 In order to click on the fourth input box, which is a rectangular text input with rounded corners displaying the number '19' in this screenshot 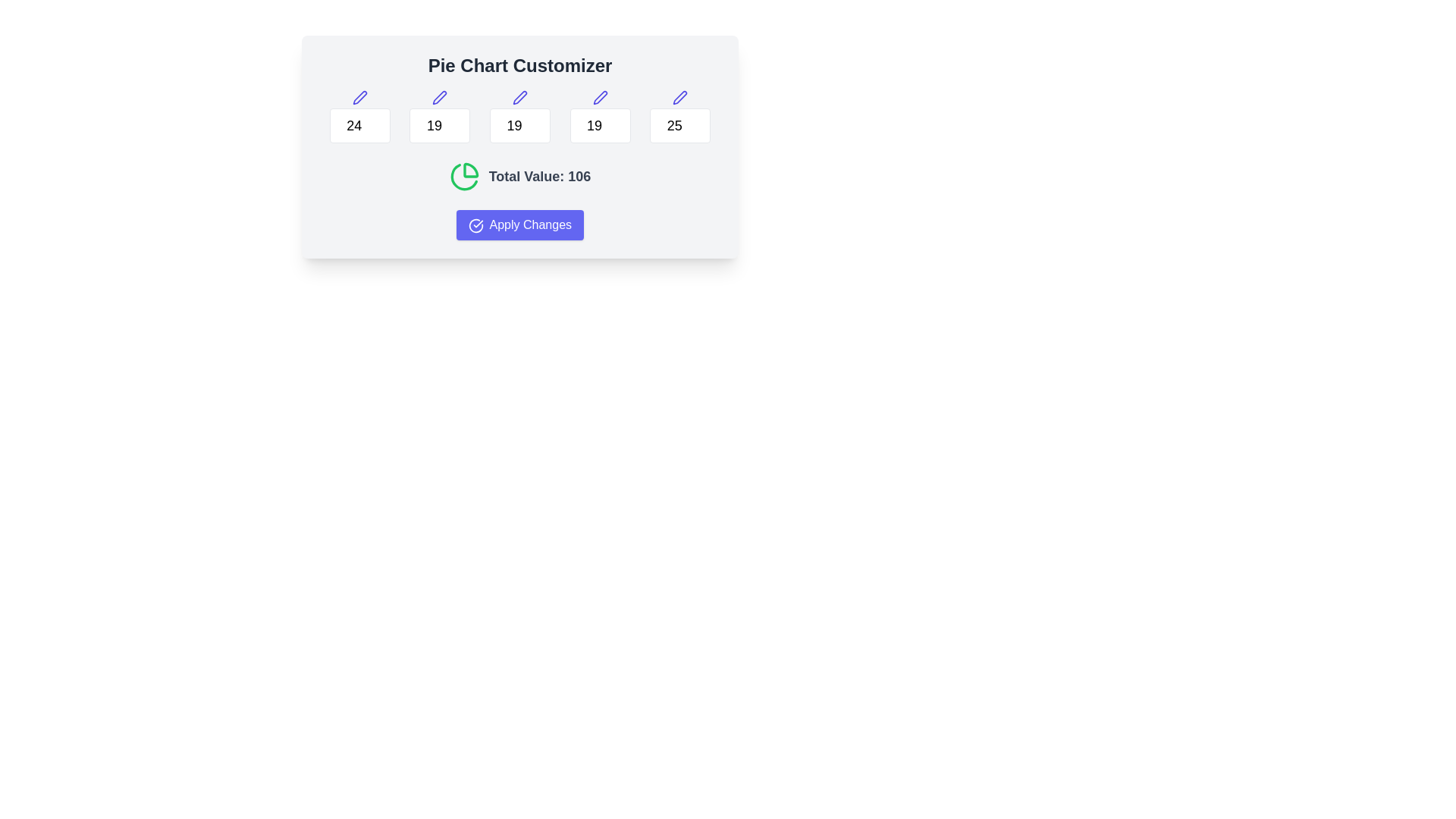, I will do `click(599, 116)`.